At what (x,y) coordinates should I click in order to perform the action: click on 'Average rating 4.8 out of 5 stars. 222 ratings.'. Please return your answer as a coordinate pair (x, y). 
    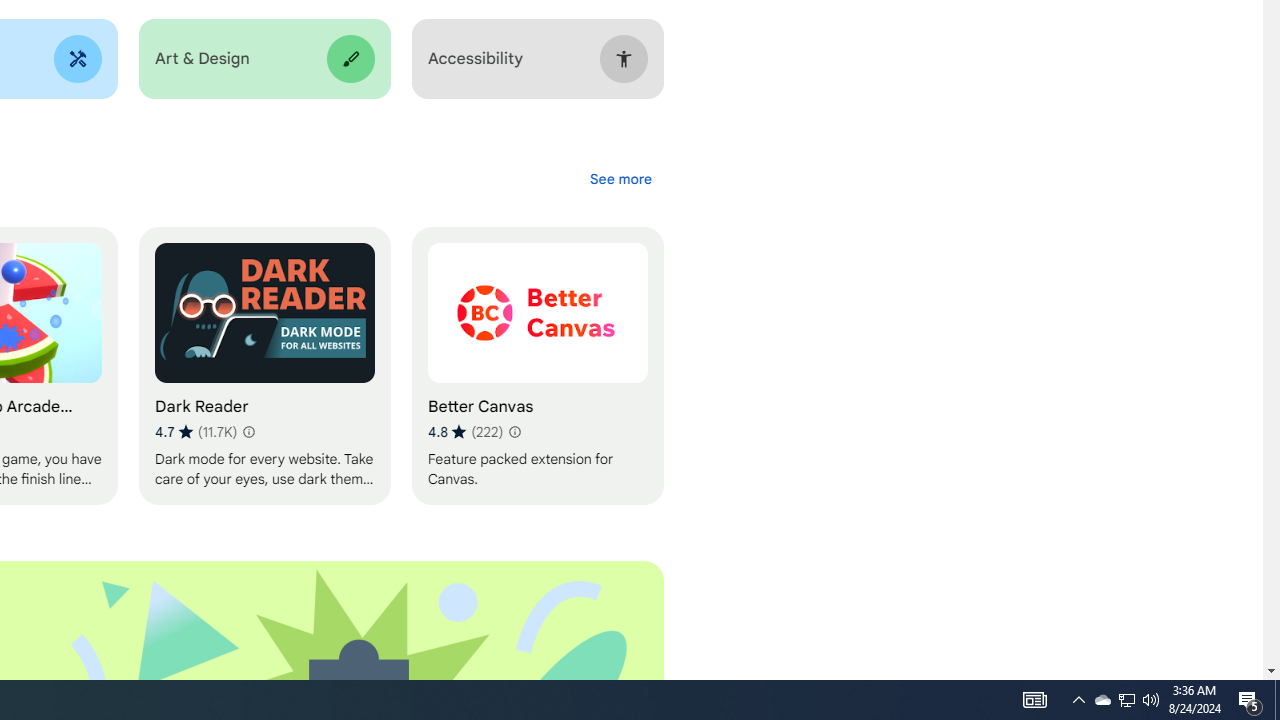
    Looking at the image, I should click on (464, 431).